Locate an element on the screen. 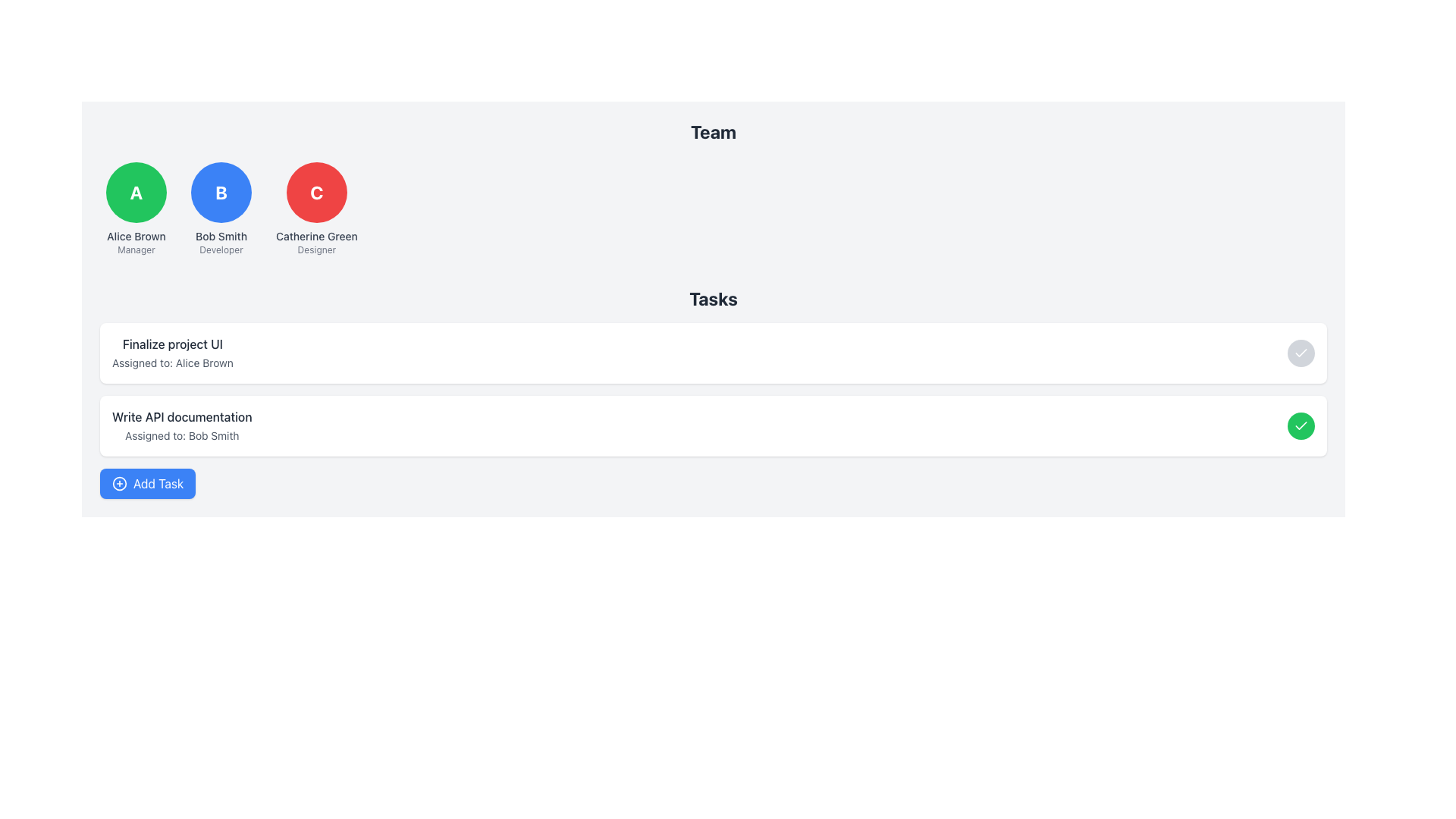 The image size is (1456, 819). the Circular avatar icon representing Bob Smith, located in the 'Team' section above the 'Bob Smith' name label and 'Developer' role label is located at coordinates (221, 192).